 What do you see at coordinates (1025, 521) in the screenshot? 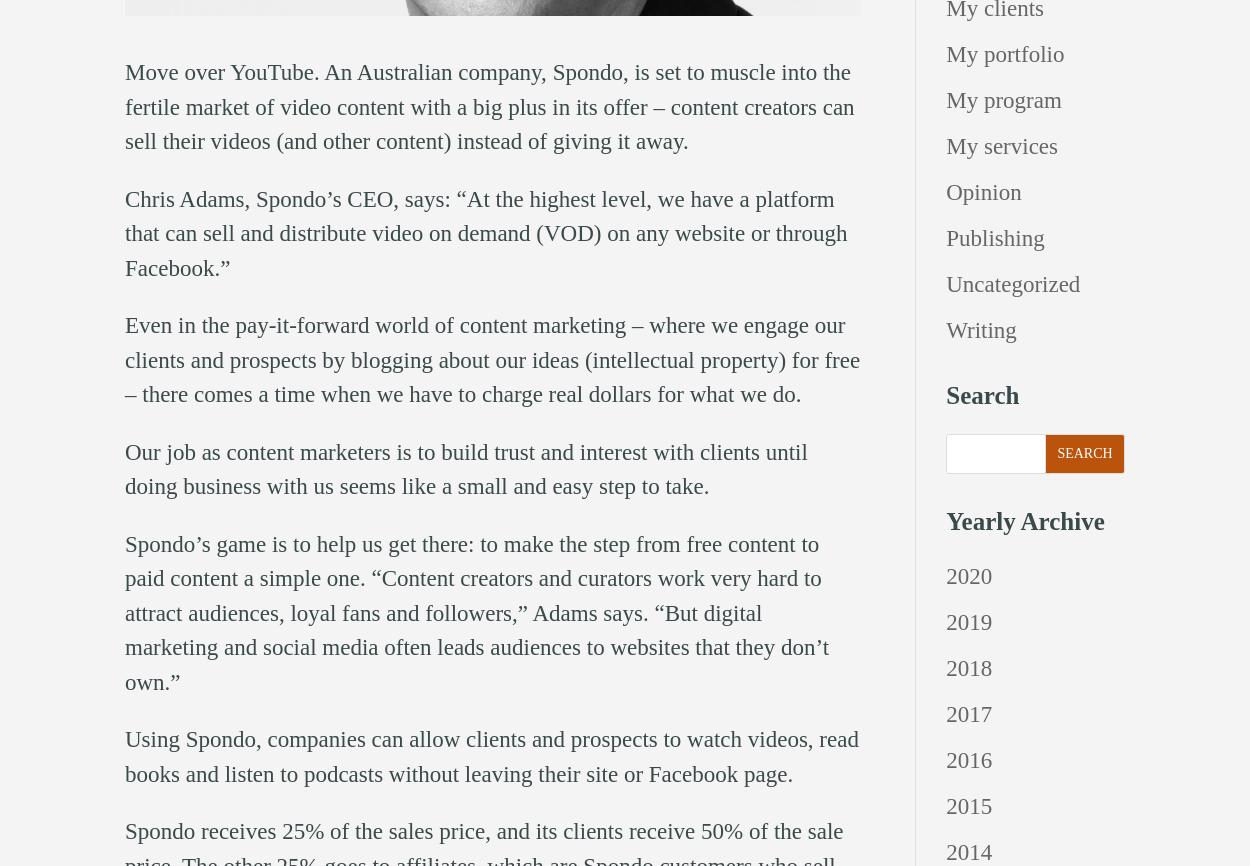
I see `'Yearly Archive'` at bounding box center [1025, 521].